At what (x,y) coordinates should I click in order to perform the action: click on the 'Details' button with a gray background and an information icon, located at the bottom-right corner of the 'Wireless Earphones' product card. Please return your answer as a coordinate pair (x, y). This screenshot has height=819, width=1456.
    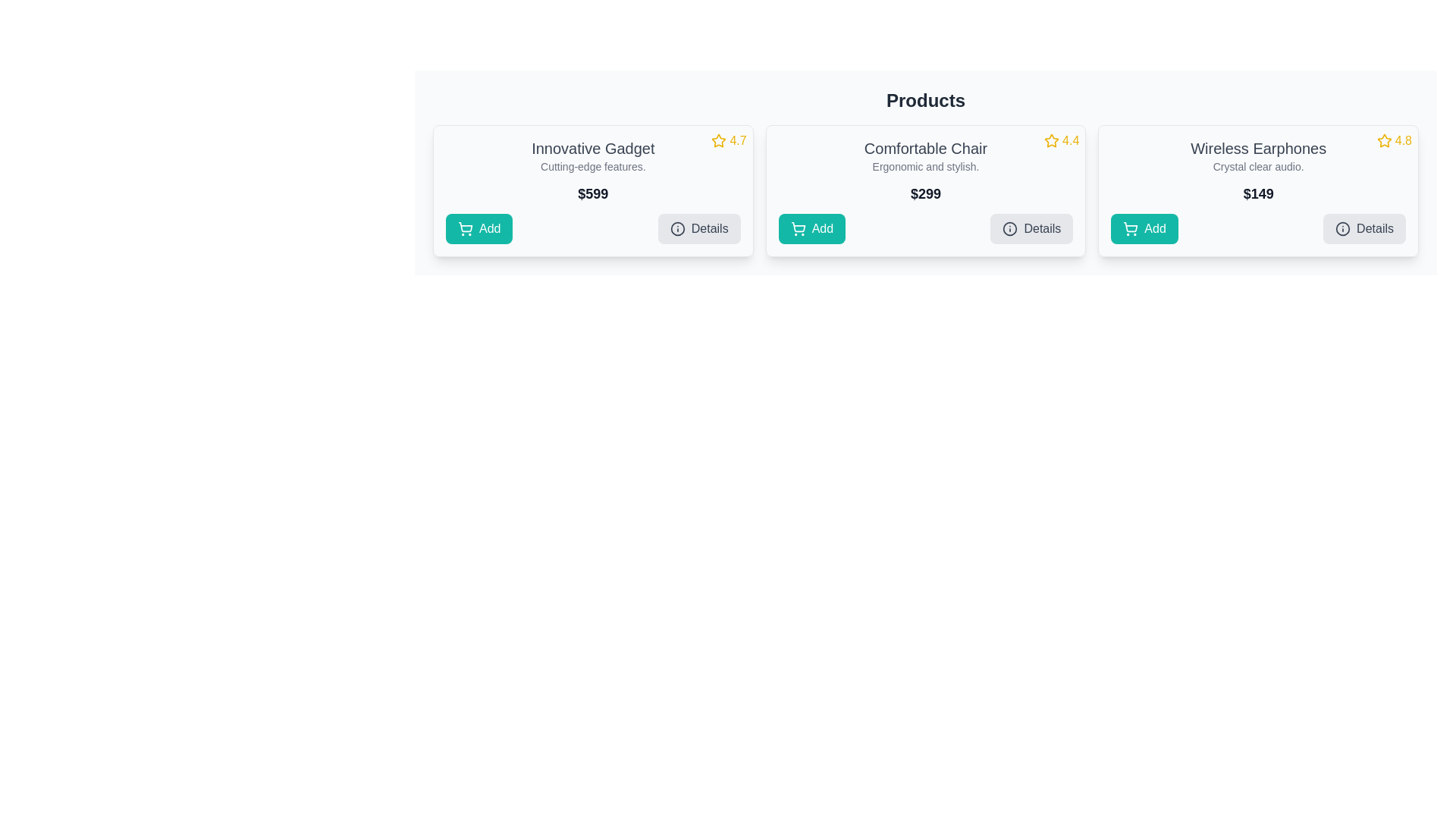
    Looking at the image, I should click on (1364, 228).